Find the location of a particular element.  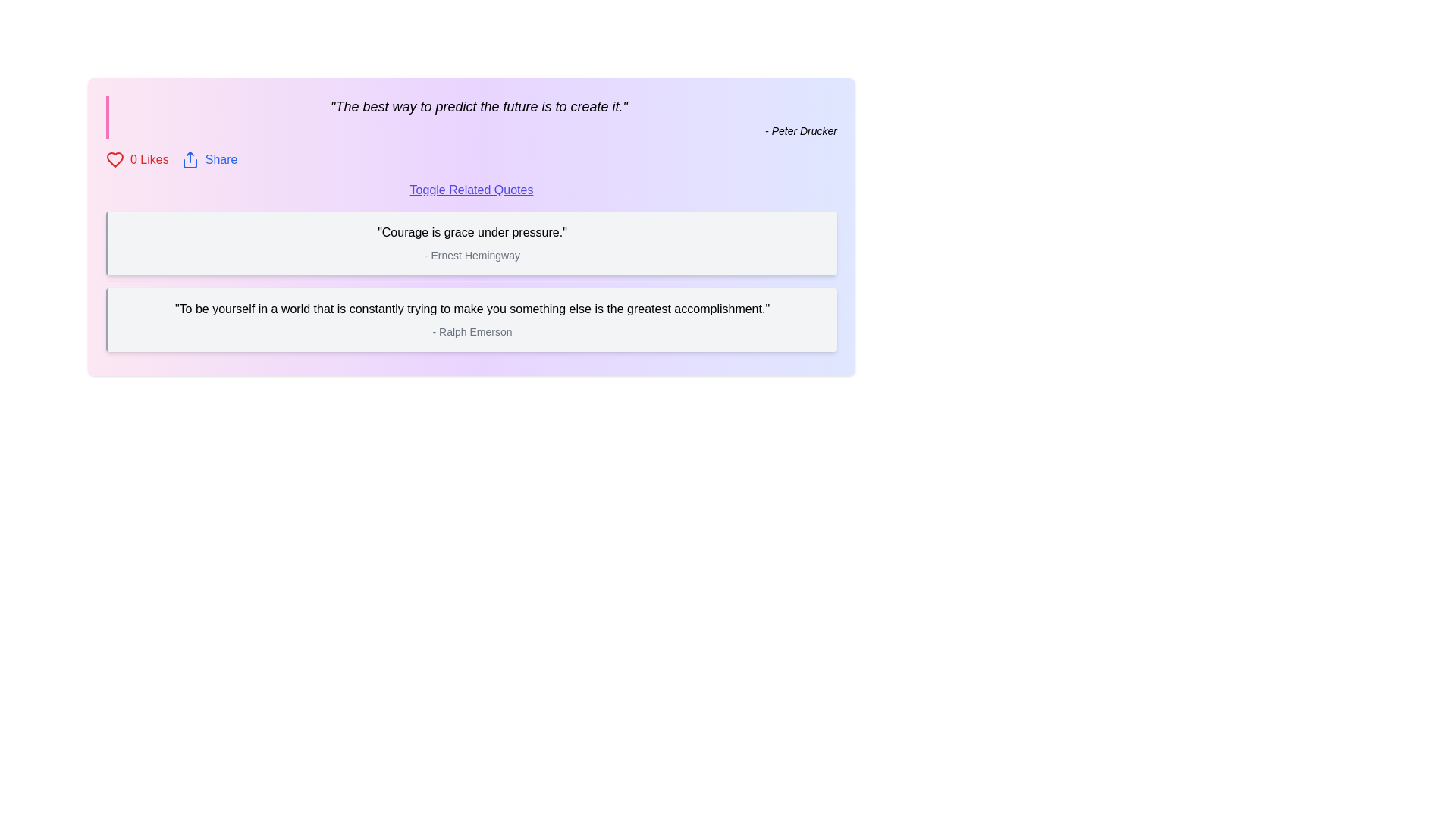

the interactive button group displaying '0 Likes' and 'Share' icons is located at coordinates (471, 160).